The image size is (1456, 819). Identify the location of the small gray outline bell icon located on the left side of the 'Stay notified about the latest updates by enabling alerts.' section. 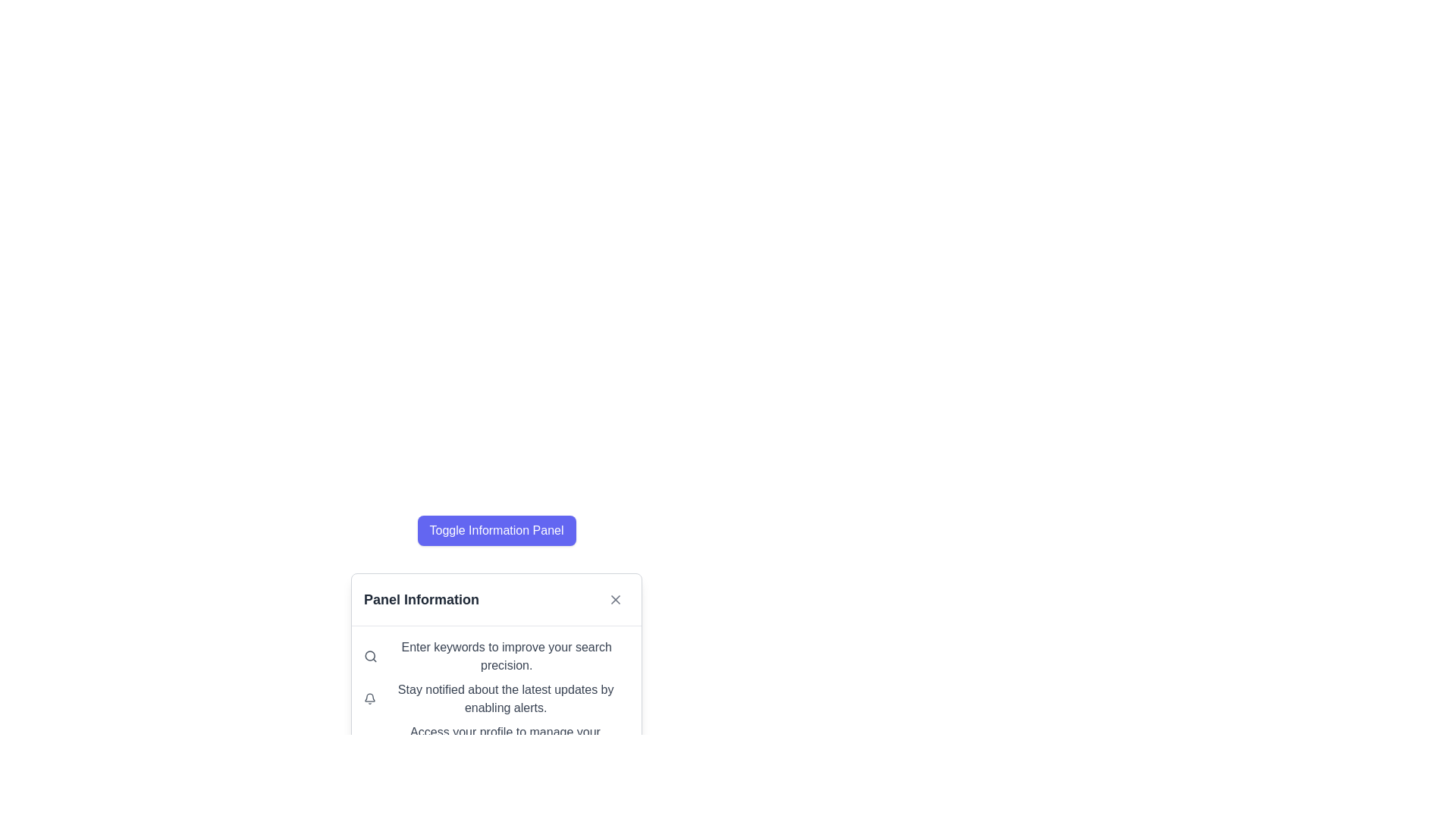
(370, 698).